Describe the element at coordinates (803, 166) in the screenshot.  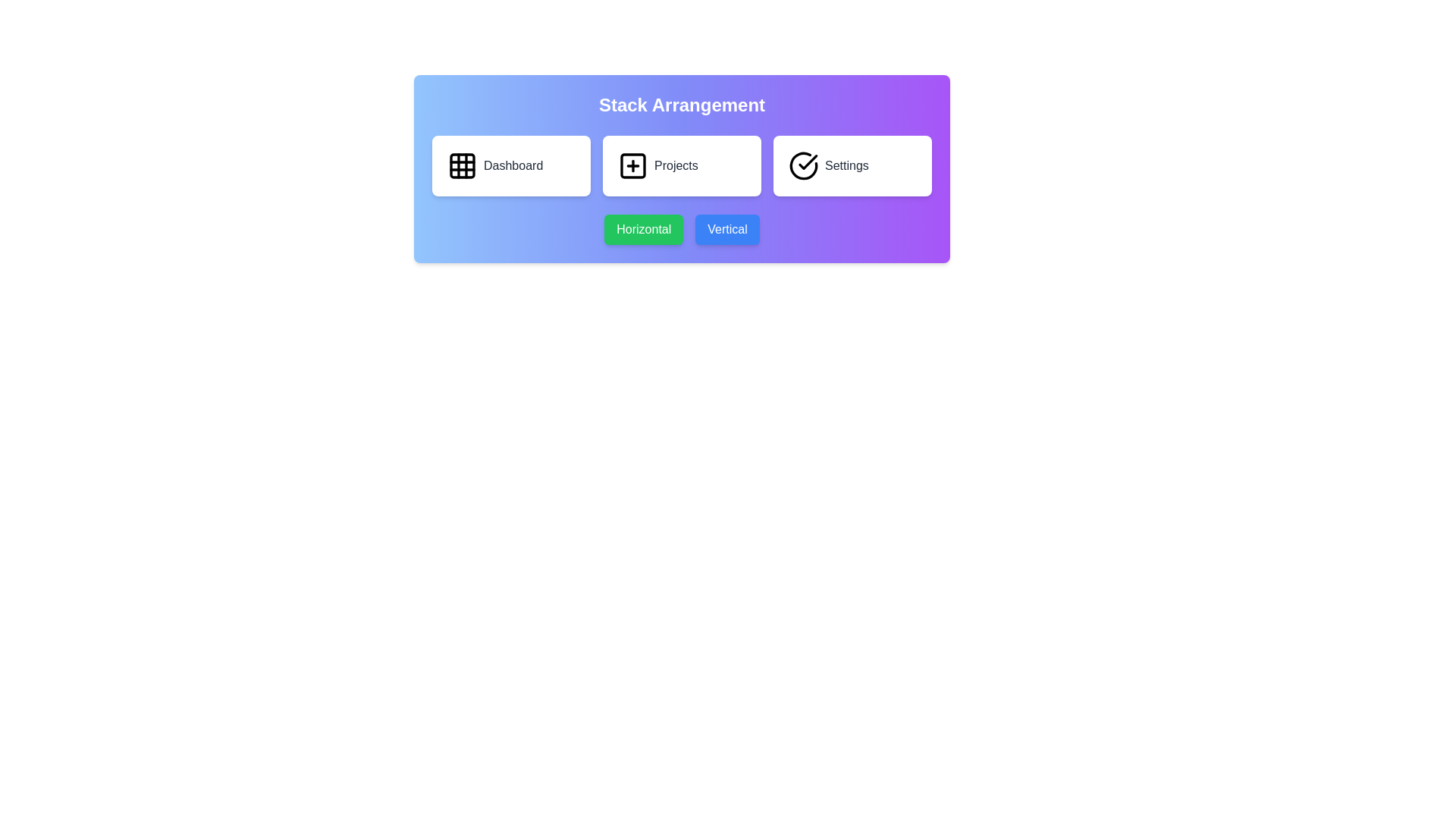
I see `the circular icon with a checkmark that is part of the 'Settings' button, located to the left of the text 'Settings' in the 'Stack Arrangement' box` at that location.